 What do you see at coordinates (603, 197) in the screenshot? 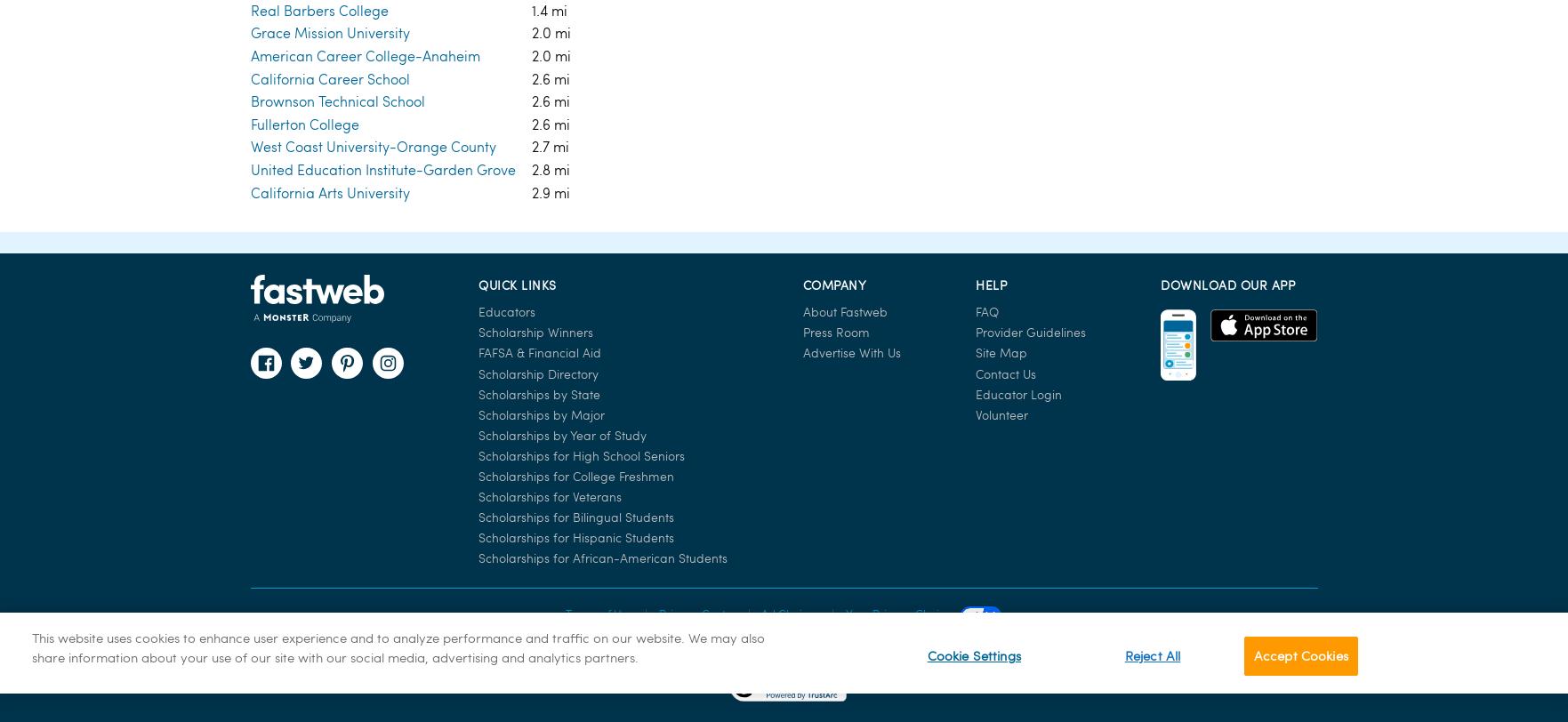
I see `'Scholarships for African-American Students'` at bounding box center [603, 197].